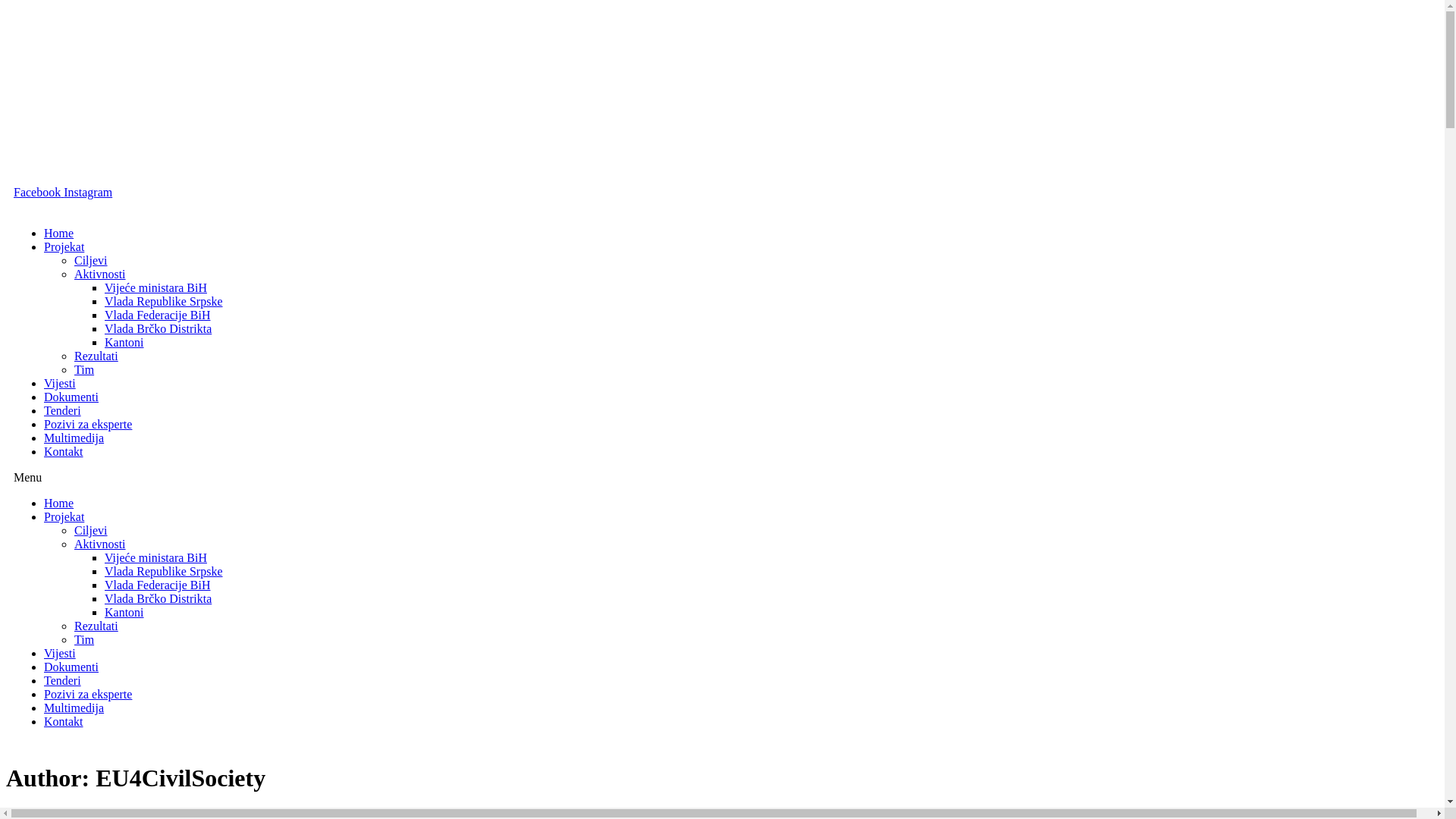  I want to click on 'Kontakt', so click(62, 720).